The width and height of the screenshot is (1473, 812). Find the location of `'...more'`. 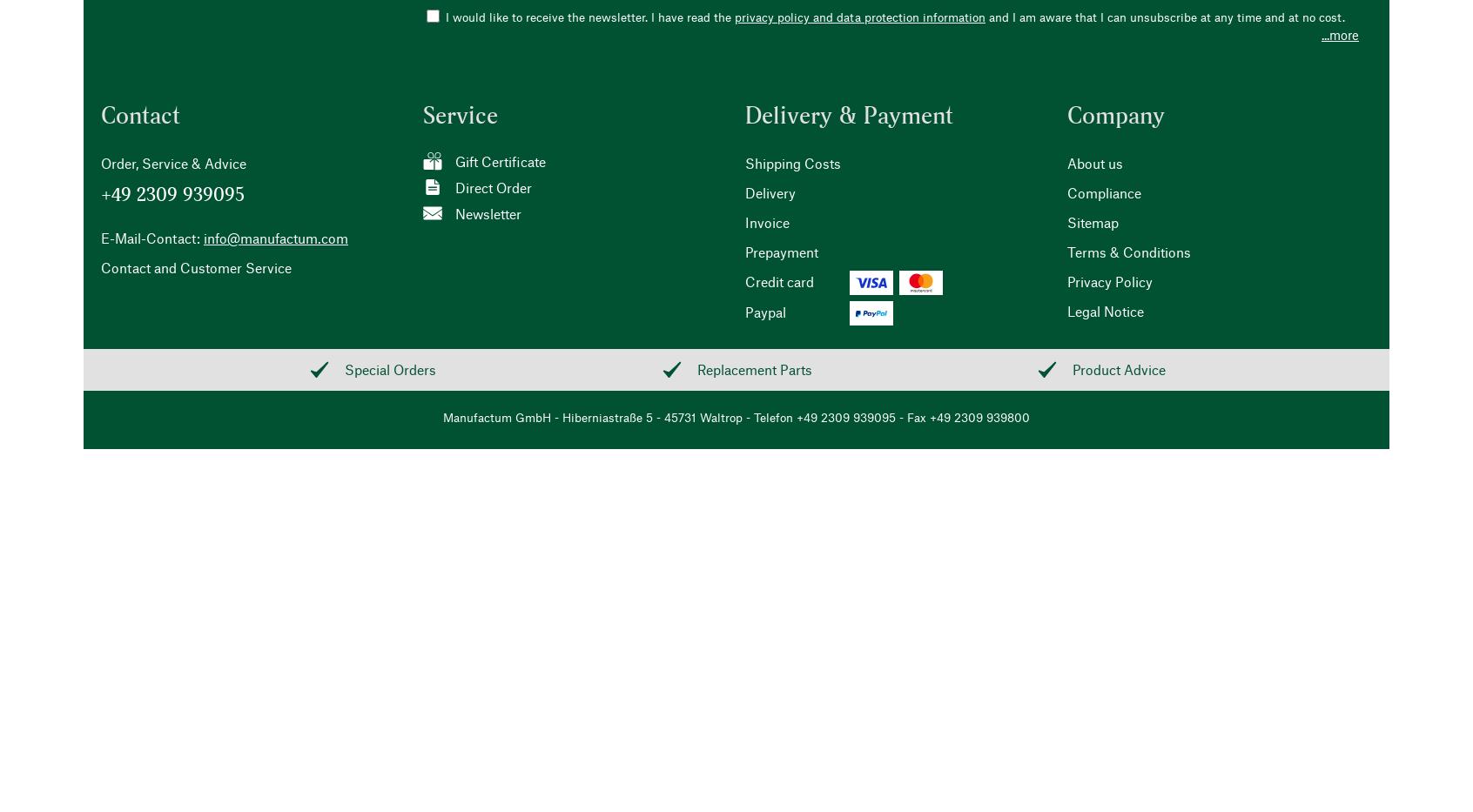

'...more' is located at coordinates (1340, 33).